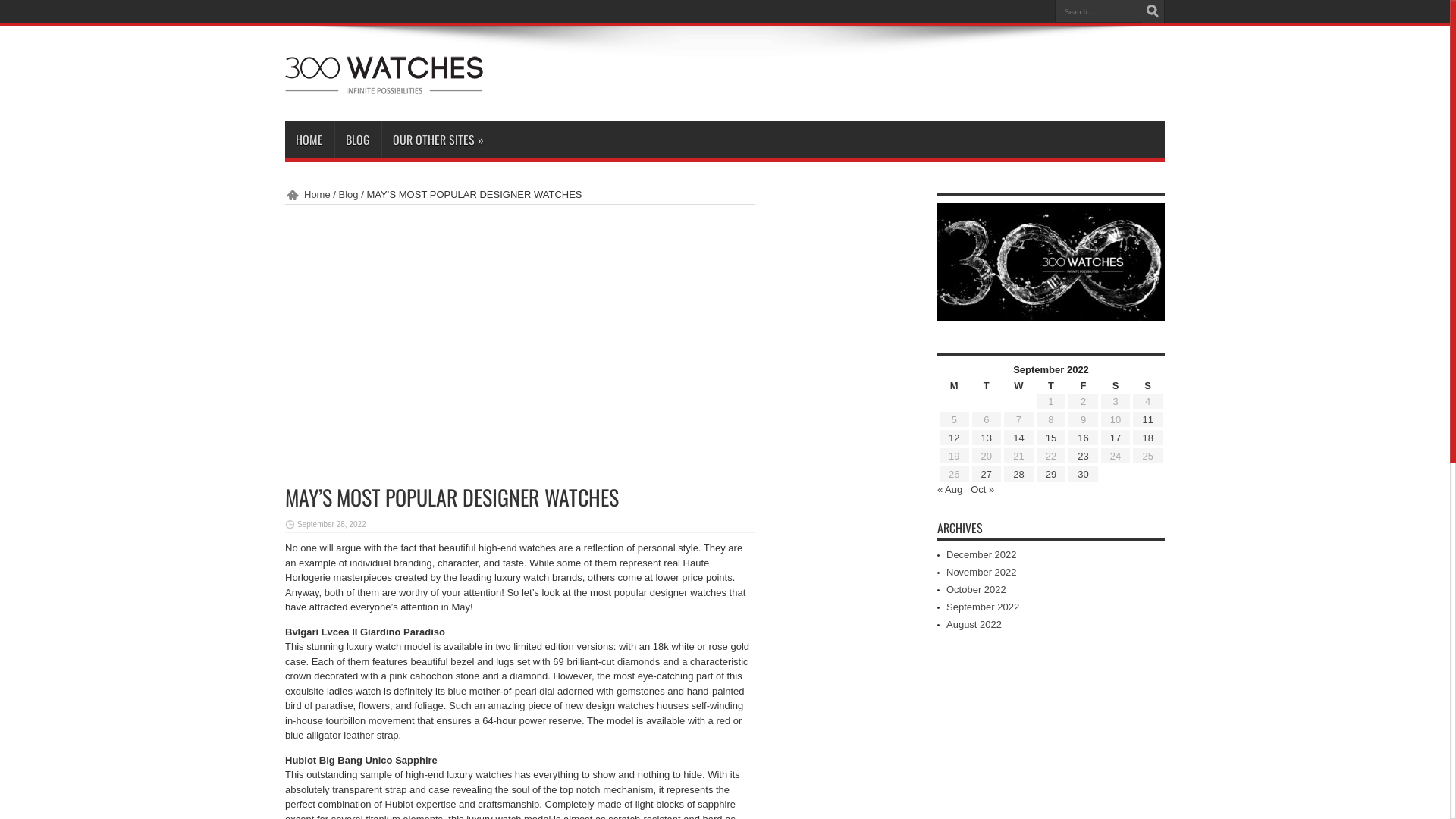 This screenshot has height=819, width=1456. What do you see at coordinates (1147, 419) in the screenshot?
I see `'11'` at bounding box center [1147, 419].